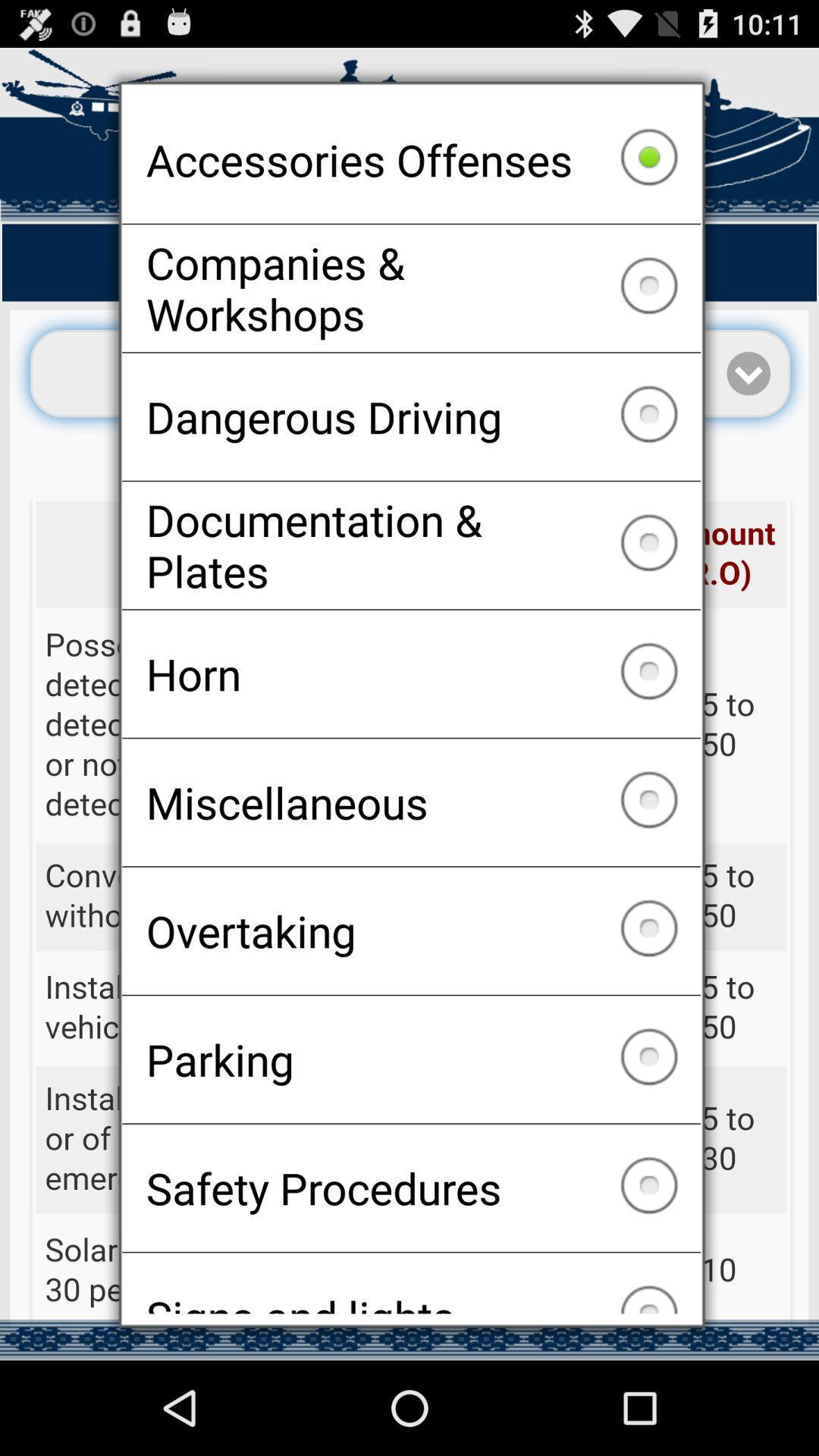 This screenshot has width=819, height=1456. Describe the element at coordinates (411, 159) in the screenshot. I see `accessories offenses checkbox` at that location.